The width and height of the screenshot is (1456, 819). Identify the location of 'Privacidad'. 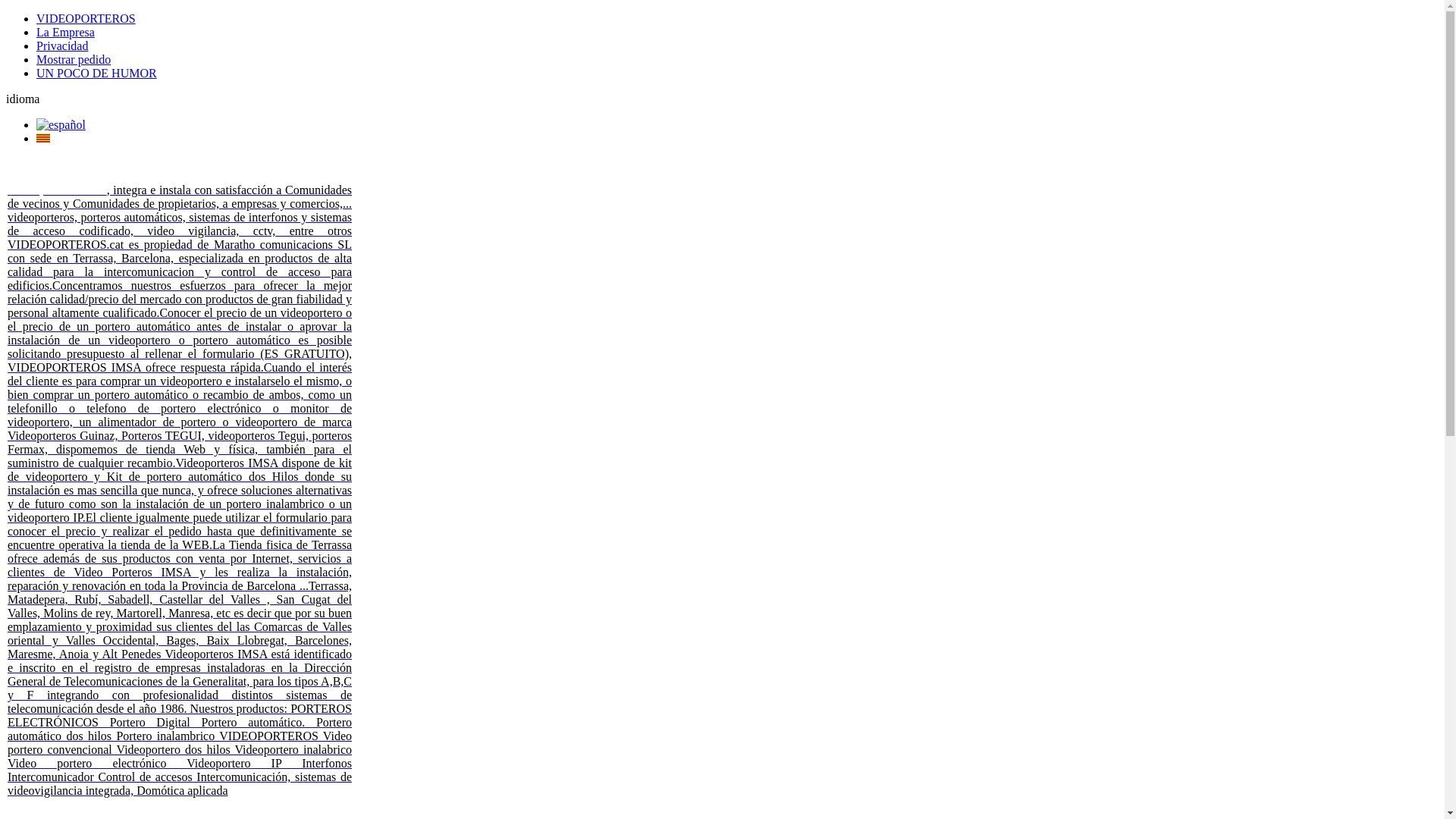
(61, 45).